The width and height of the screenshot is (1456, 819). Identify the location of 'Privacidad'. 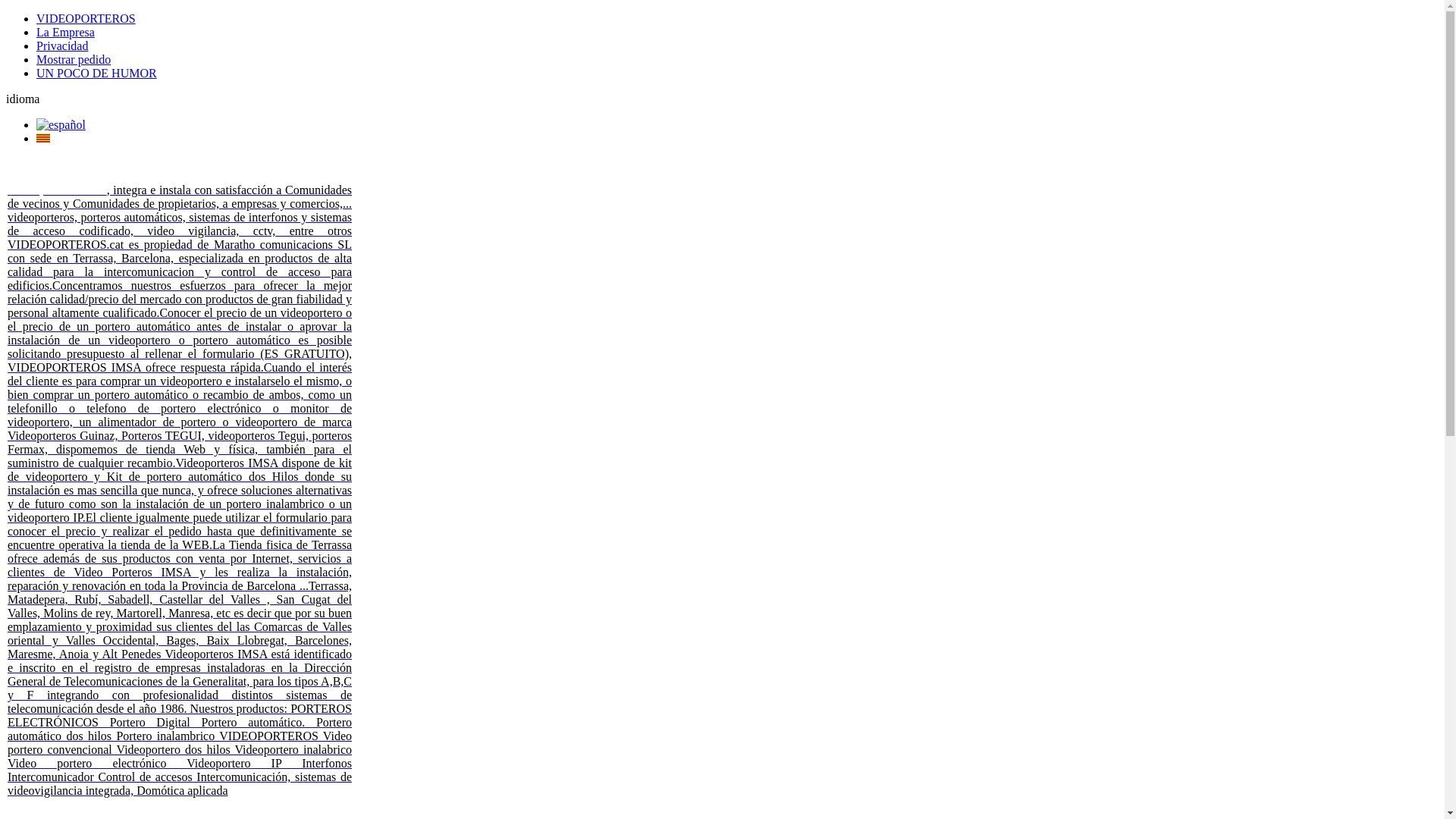
(61, 45).